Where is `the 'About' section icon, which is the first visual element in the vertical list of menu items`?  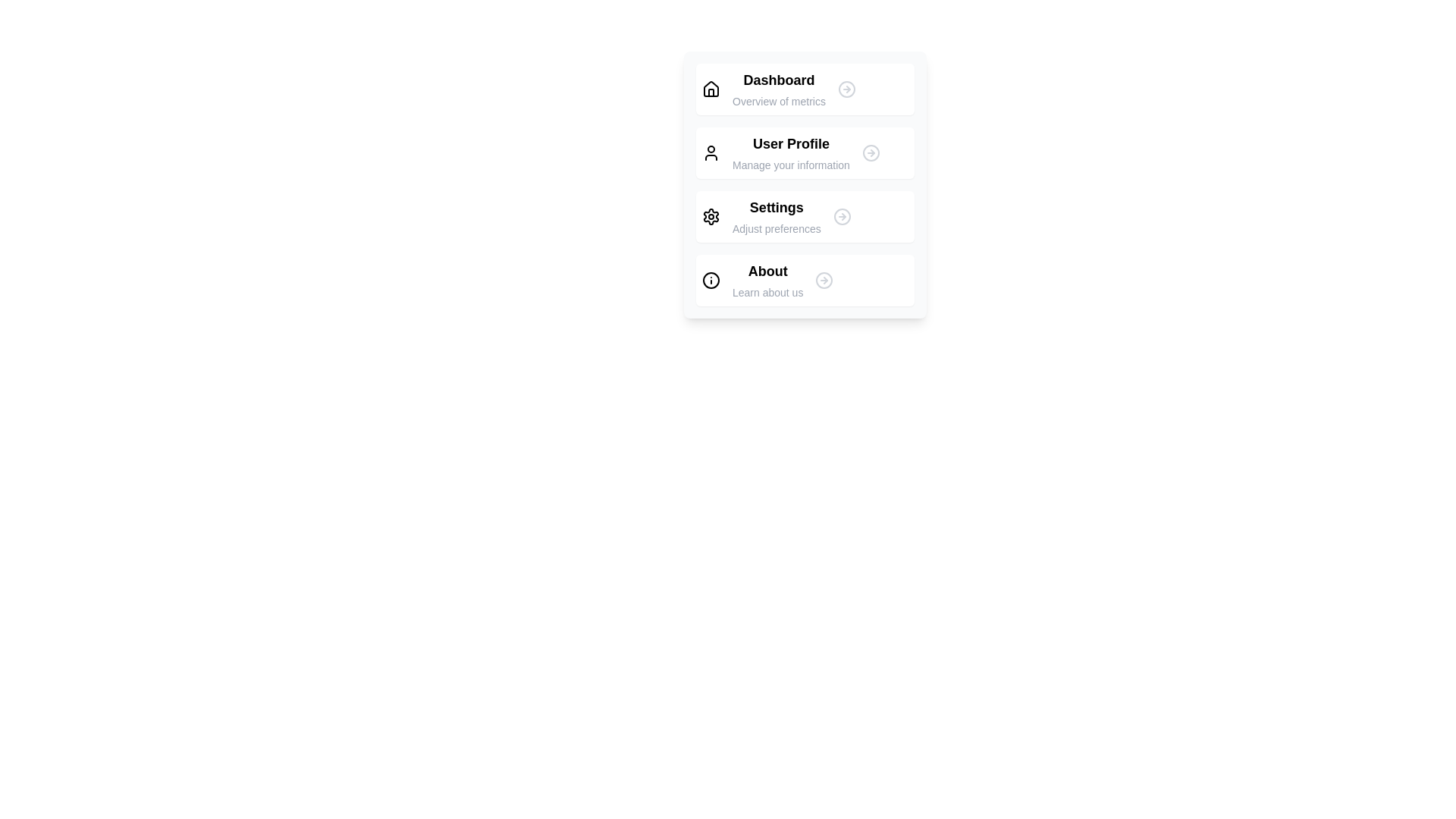 the 'About' section icon, which is the first visual element in the vertical list of menu items is located at coordinates (710, 281).